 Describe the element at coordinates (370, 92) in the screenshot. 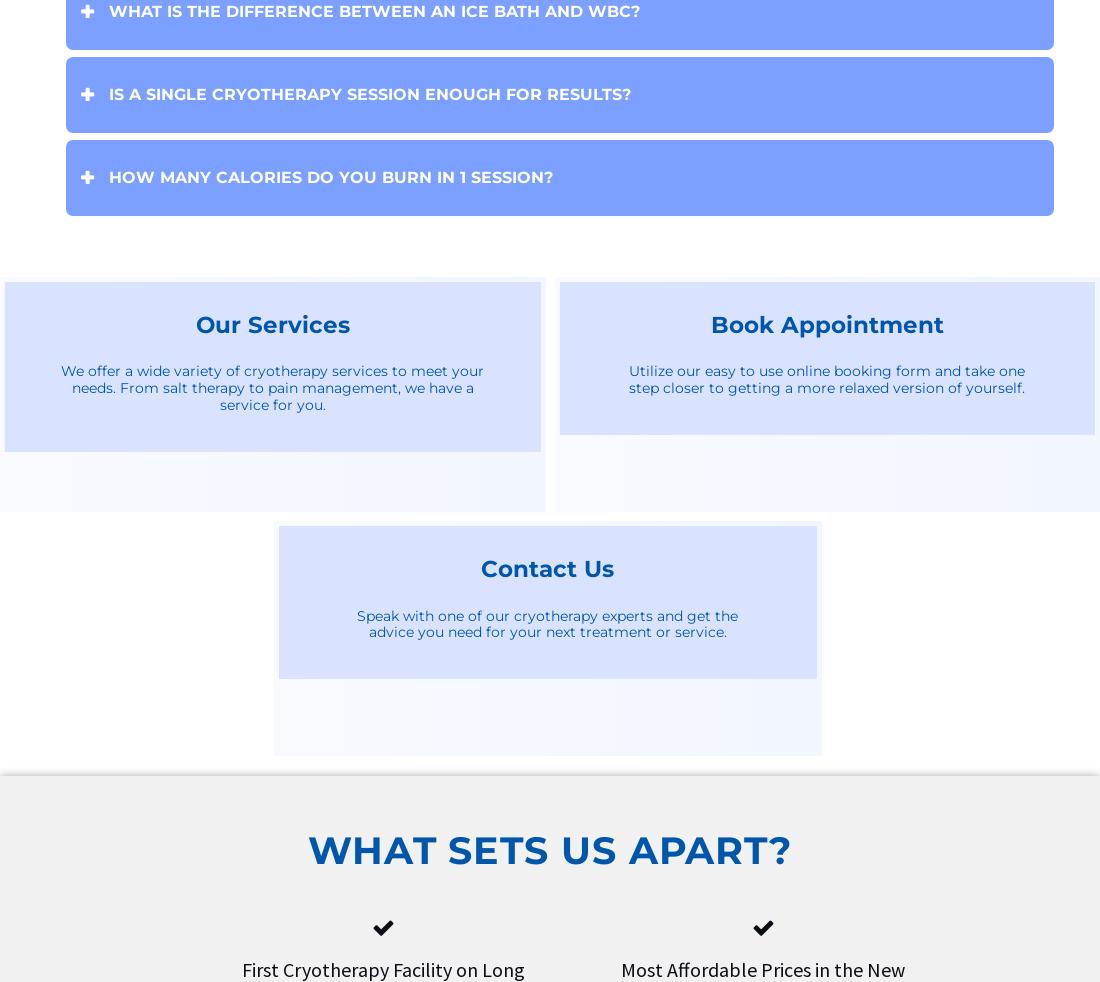

I see `'Is a single cryotherapy session enough for results?'` at that location.